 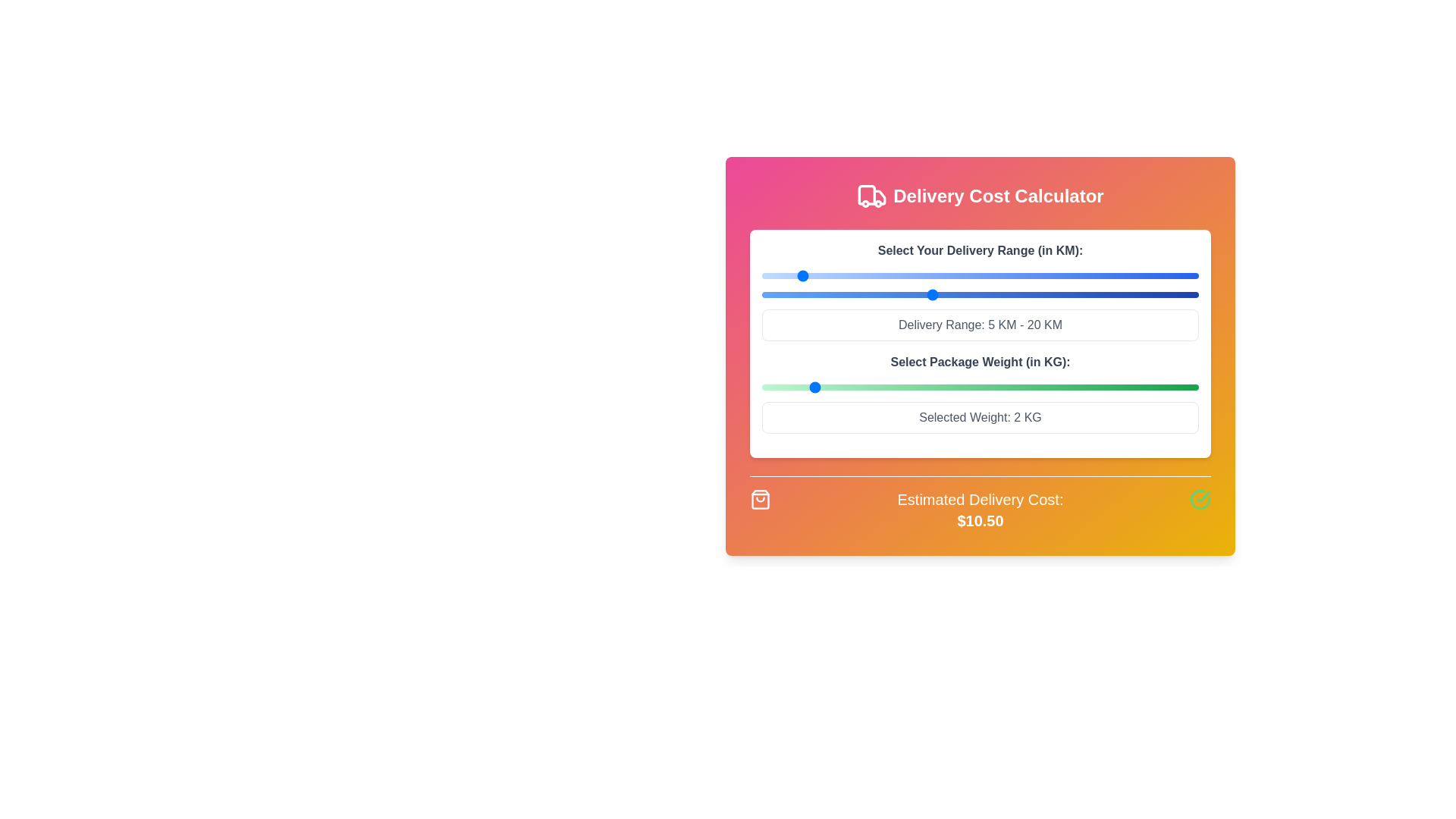 What do you see at coordinates (980, 291) in the screenshot?
I see `the dual sliders of the Range selector widget located in the upper portion of the card` at bounding box center [980, 291].